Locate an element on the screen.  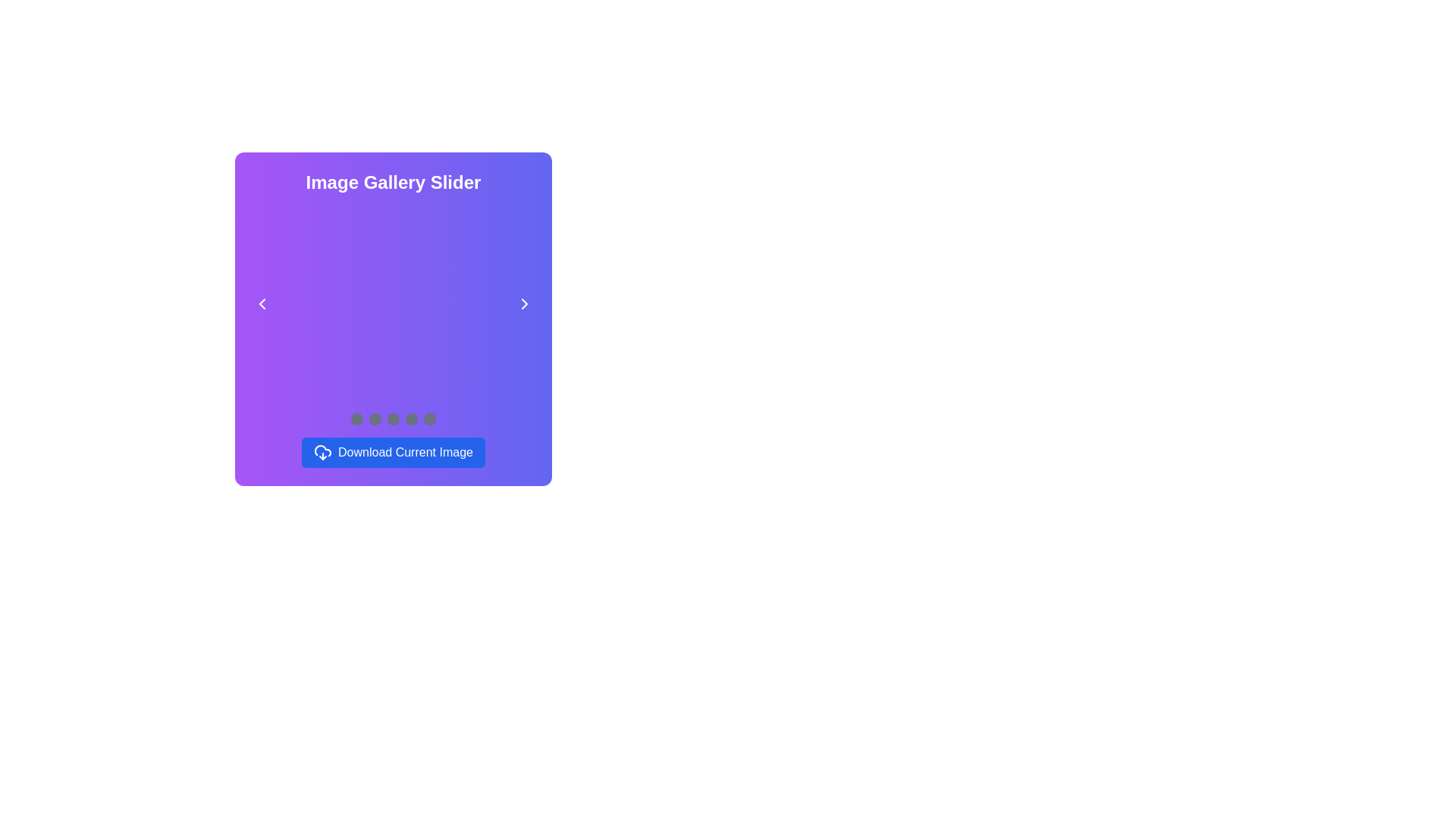
the cloud icon with a downward-pointing arrow, which is located to the left of the 'Download Current Image' button is located at coordinates (322, 452).